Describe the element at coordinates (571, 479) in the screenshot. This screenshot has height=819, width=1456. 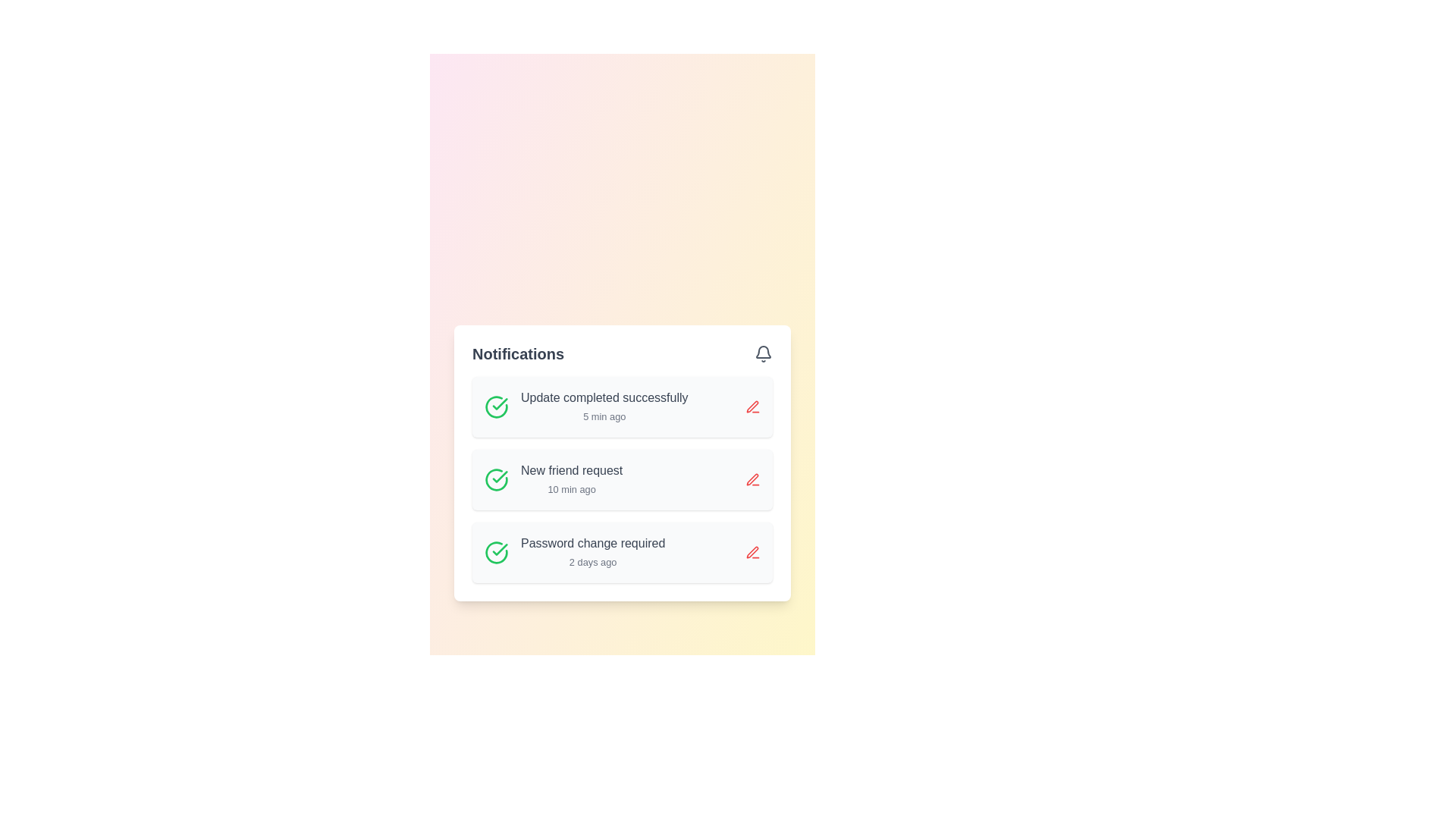
I see `the 'New friend request' notification in the notification panel to possibly reveal additional details` at that location.